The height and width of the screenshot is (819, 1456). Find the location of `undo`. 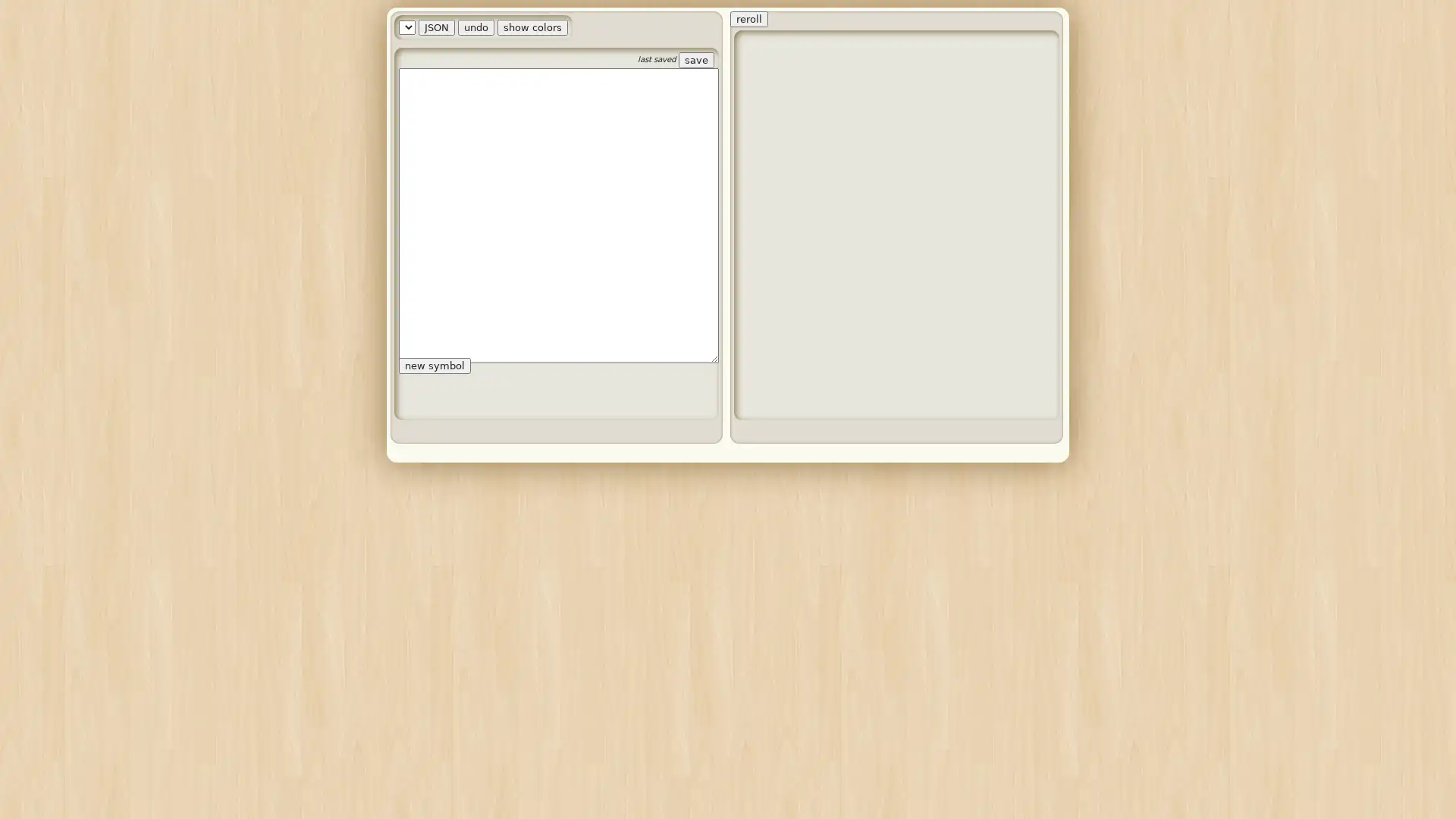

undo is located at coordinates (546, 27).